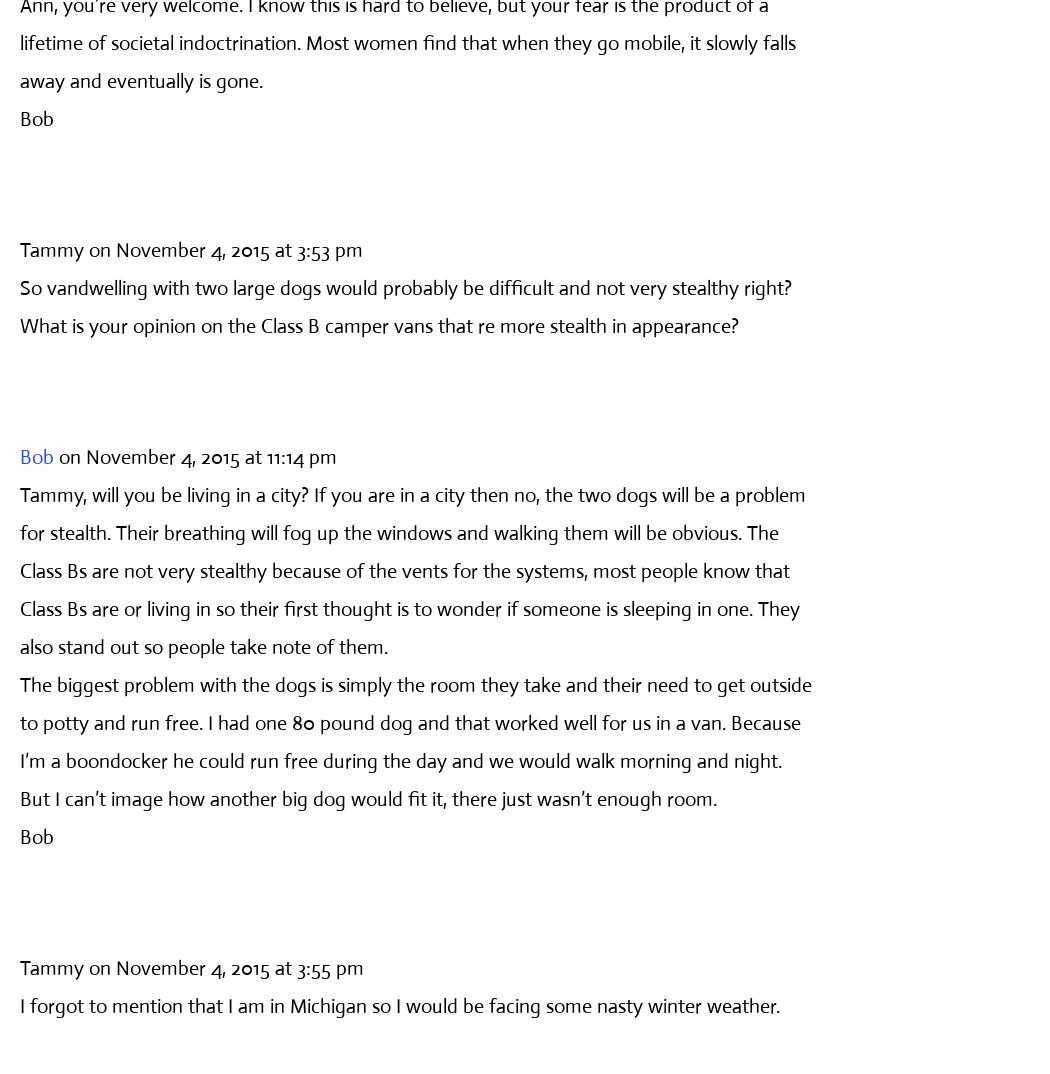  What do you see at coordinates (367, 797) in the screenshot?
I see `'But I can’t image how another big dog would fit it, there just wasn’t enough room.'` at bounding box center [367, 797].